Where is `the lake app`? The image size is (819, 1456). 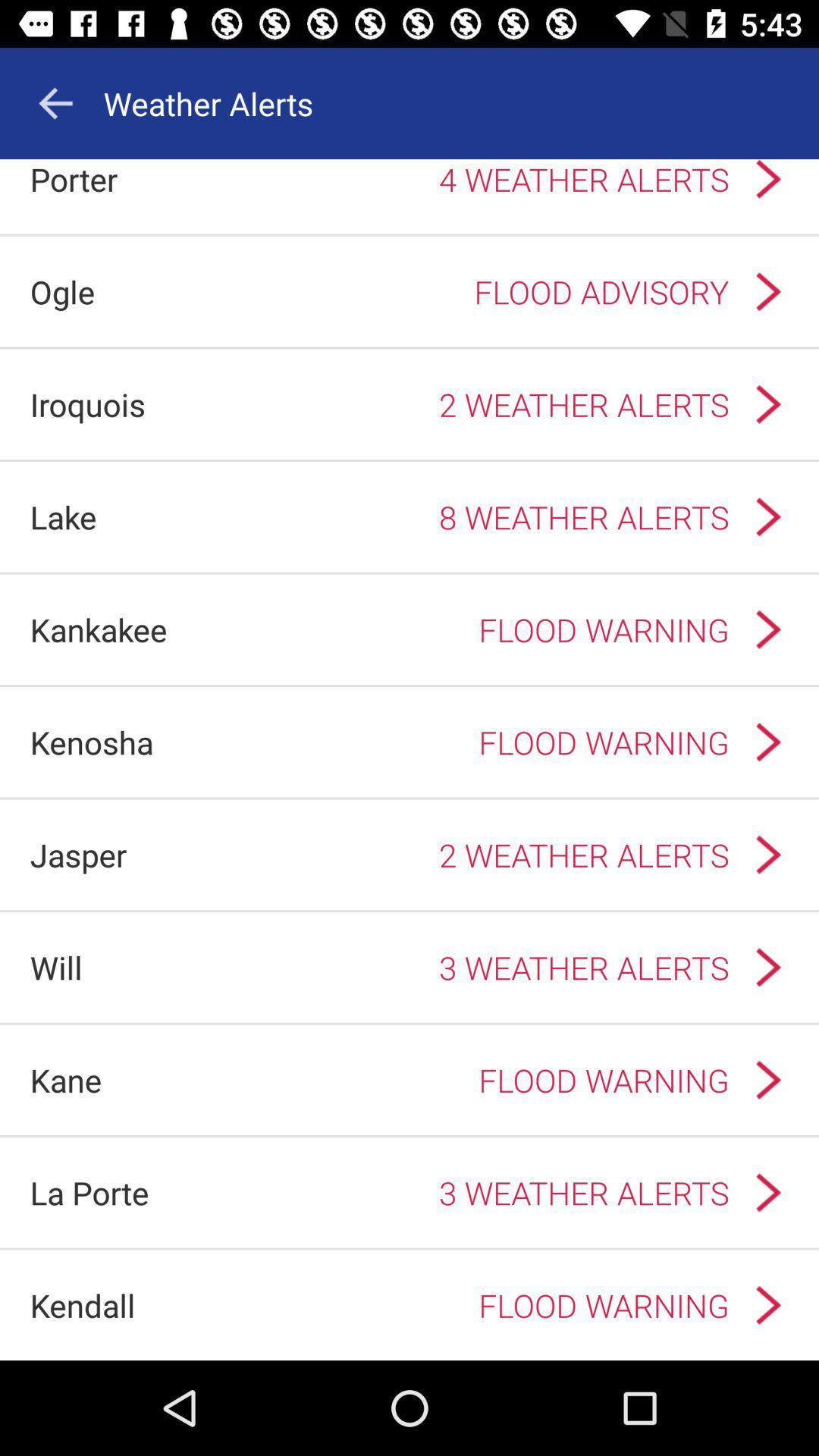
the lake app is located at coordinates (62, 516).